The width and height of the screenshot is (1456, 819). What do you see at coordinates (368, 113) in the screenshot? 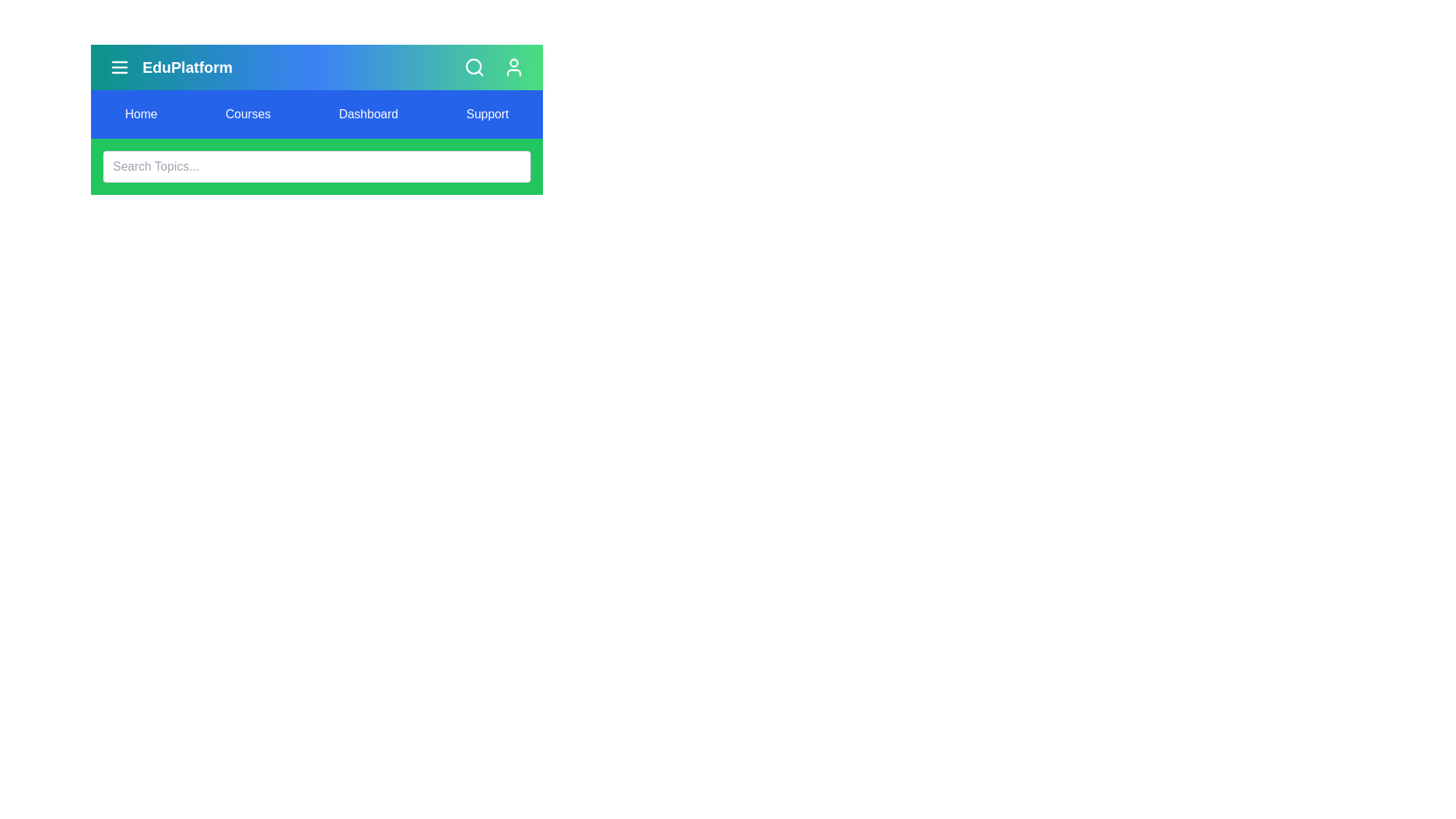
I see `the menu item Dashboard from the navigation bar` at bounding box center [368, 113].